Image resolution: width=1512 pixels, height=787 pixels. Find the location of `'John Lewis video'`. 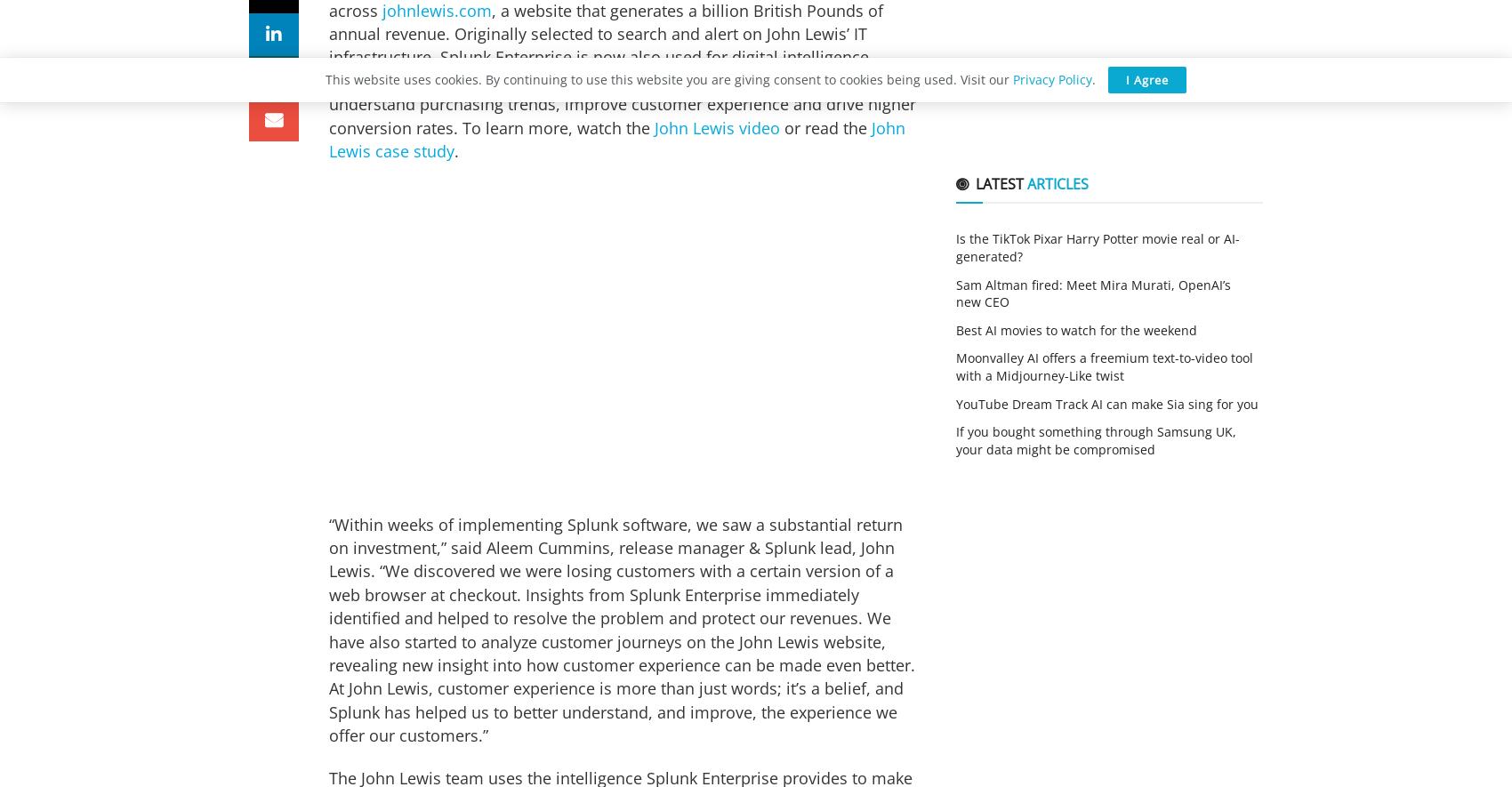

'John Lewis video' is located at coordinates (716, 126).